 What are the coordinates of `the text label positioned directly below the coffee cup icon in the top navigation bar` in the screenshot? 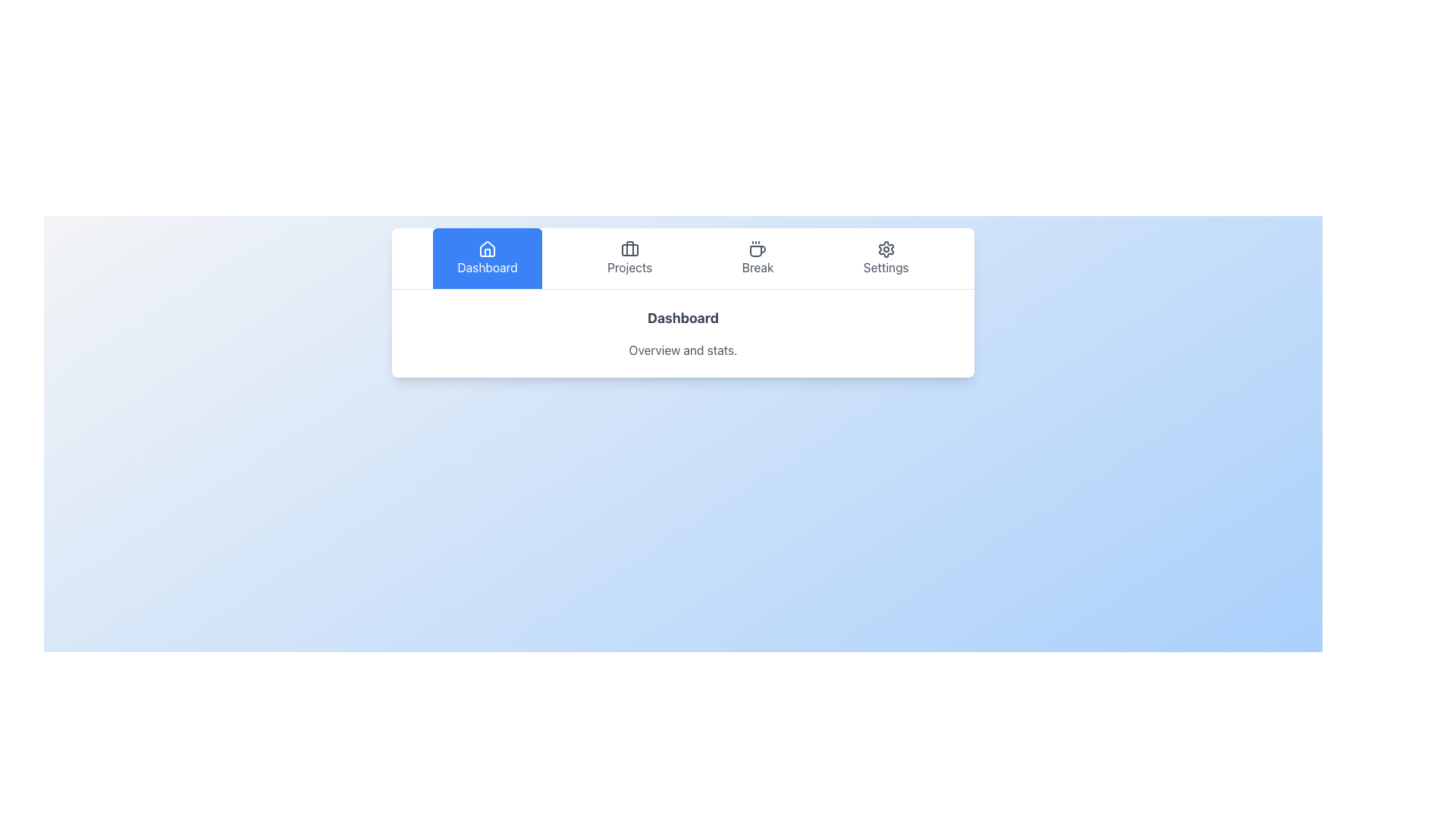 It's located at (758, 267).